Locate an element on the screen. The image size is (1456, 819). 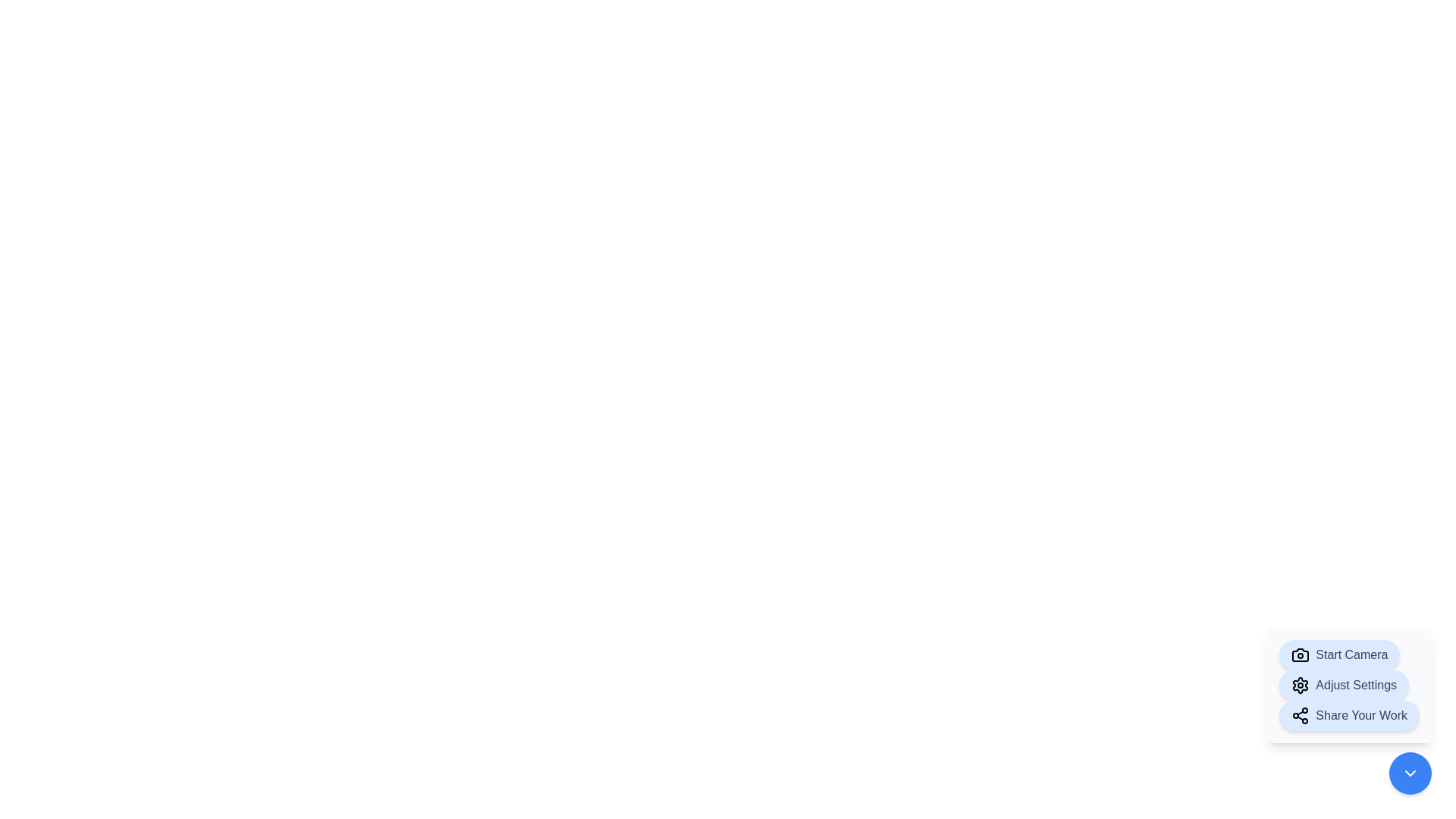
the share button located at the bottom right section of the interface for customization, as it is the third button in a vertical stack of three, positioned below the 'Adjust Settings' button is located at coordinates (1349, 711).